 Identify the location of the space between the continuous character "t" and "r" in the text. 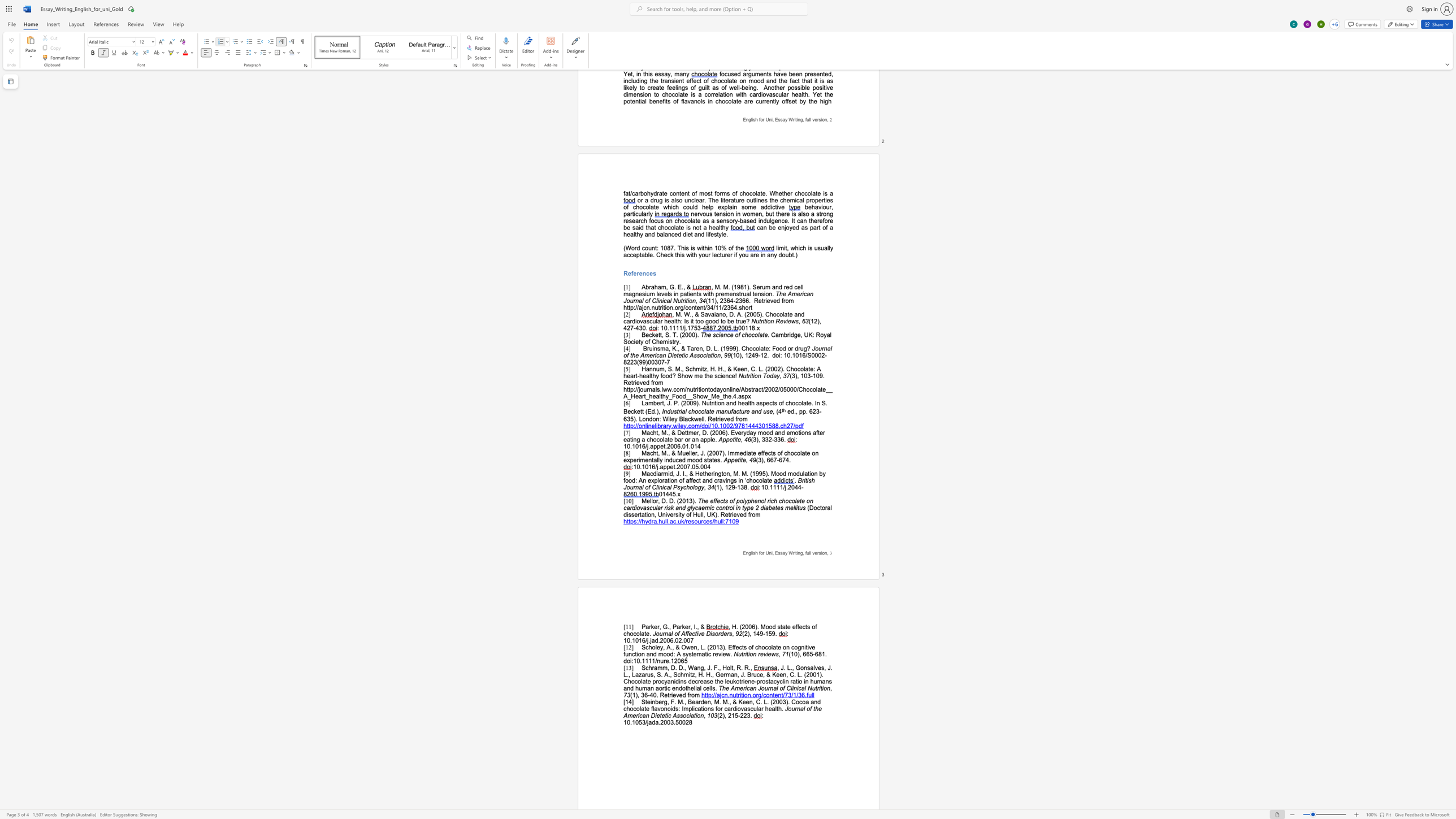
(817, 688).